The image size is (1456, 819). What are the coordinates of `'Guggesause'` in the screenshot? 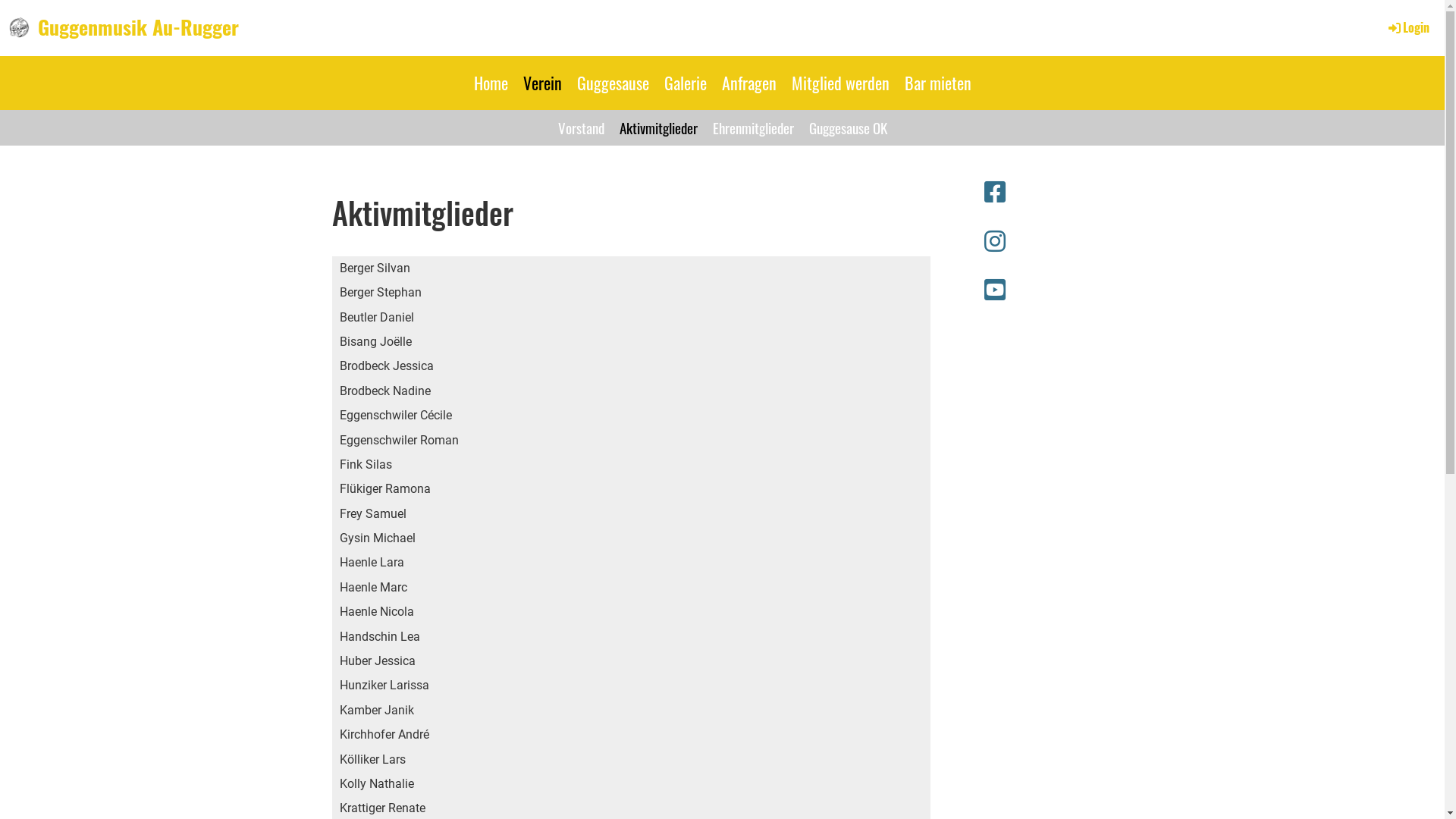 It's located at (567, 83).